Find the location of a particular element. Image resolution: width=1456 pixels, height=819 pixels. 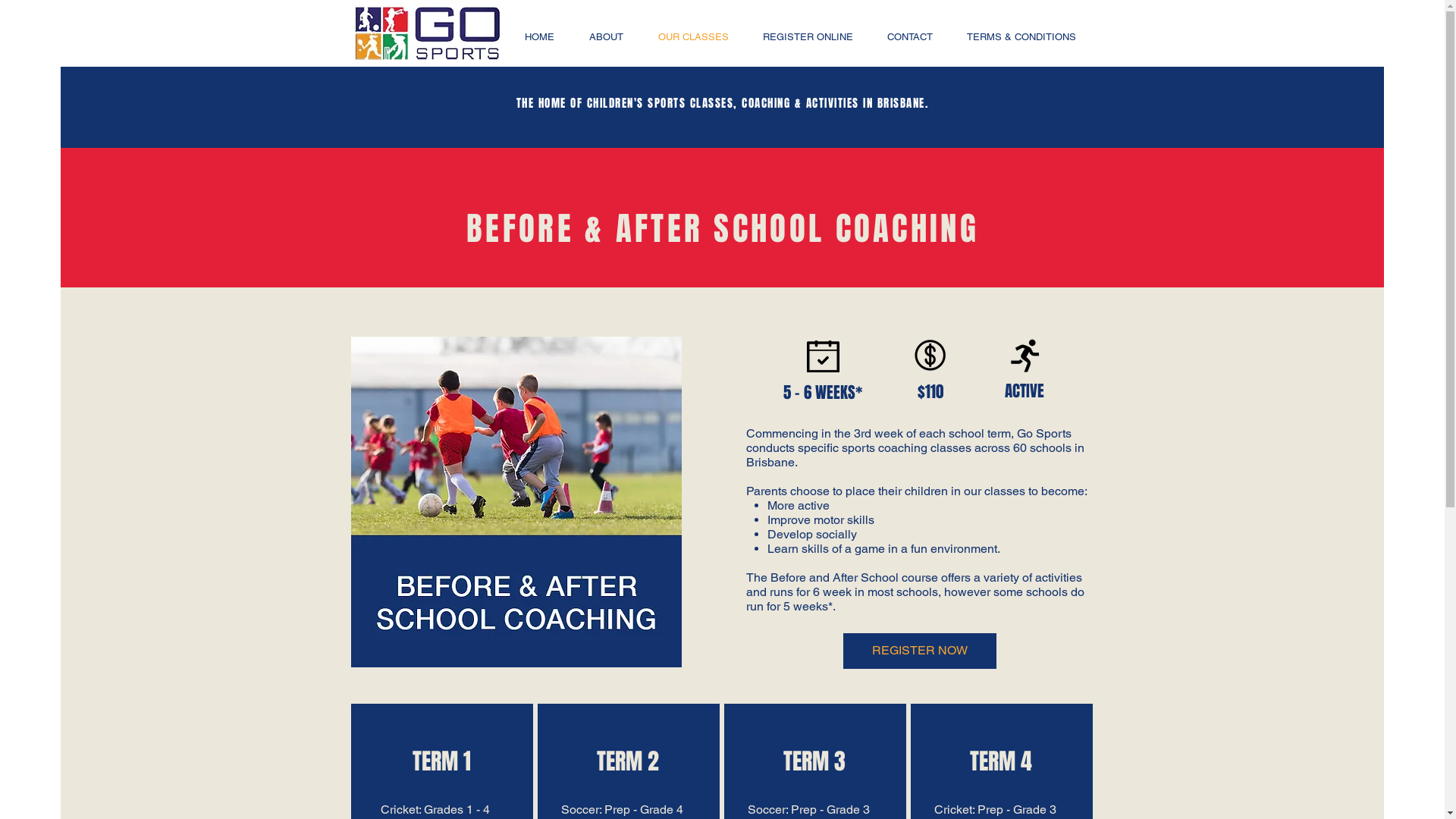

'TERMS & CONDITIONS' is located at coordinates (1021, 36).